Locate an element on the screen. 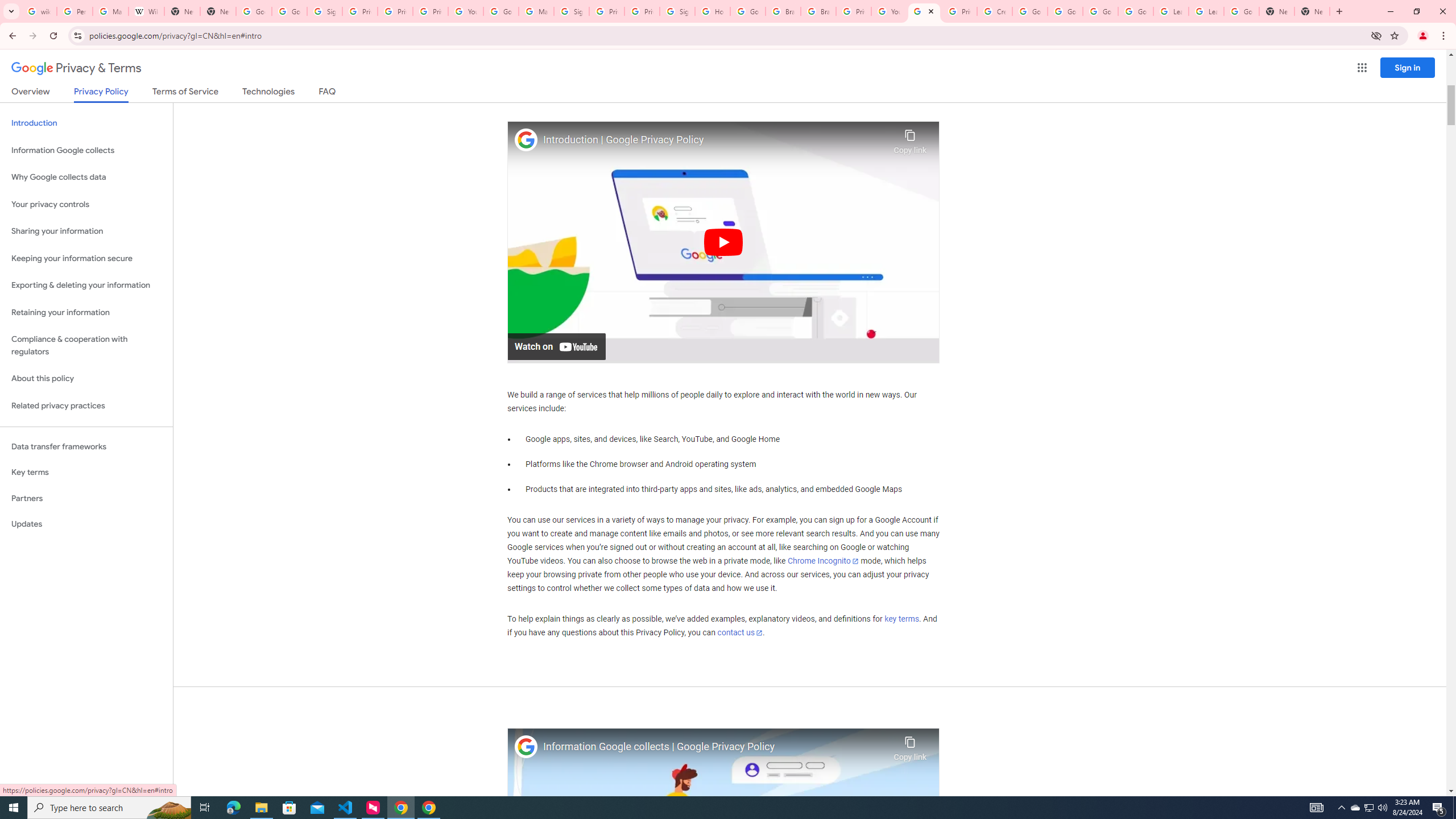  'Information Google collects | Google Privacy Policy' is located at coordinates (715, 747).